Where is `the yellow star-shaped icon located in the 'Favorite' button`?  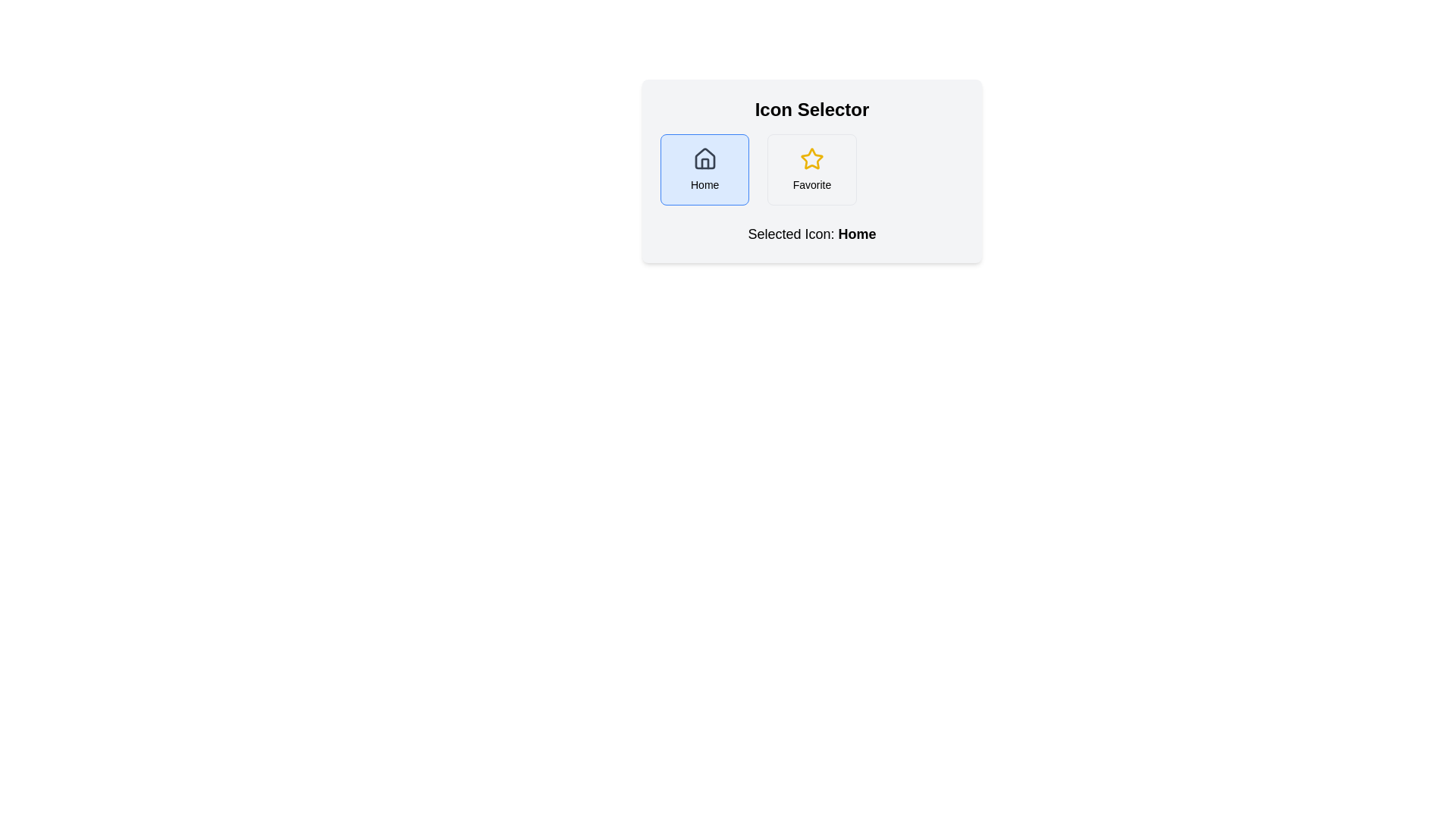 the yellow star-shaped icon located in the 'Favorite' button is located at coordinates (811, 158).